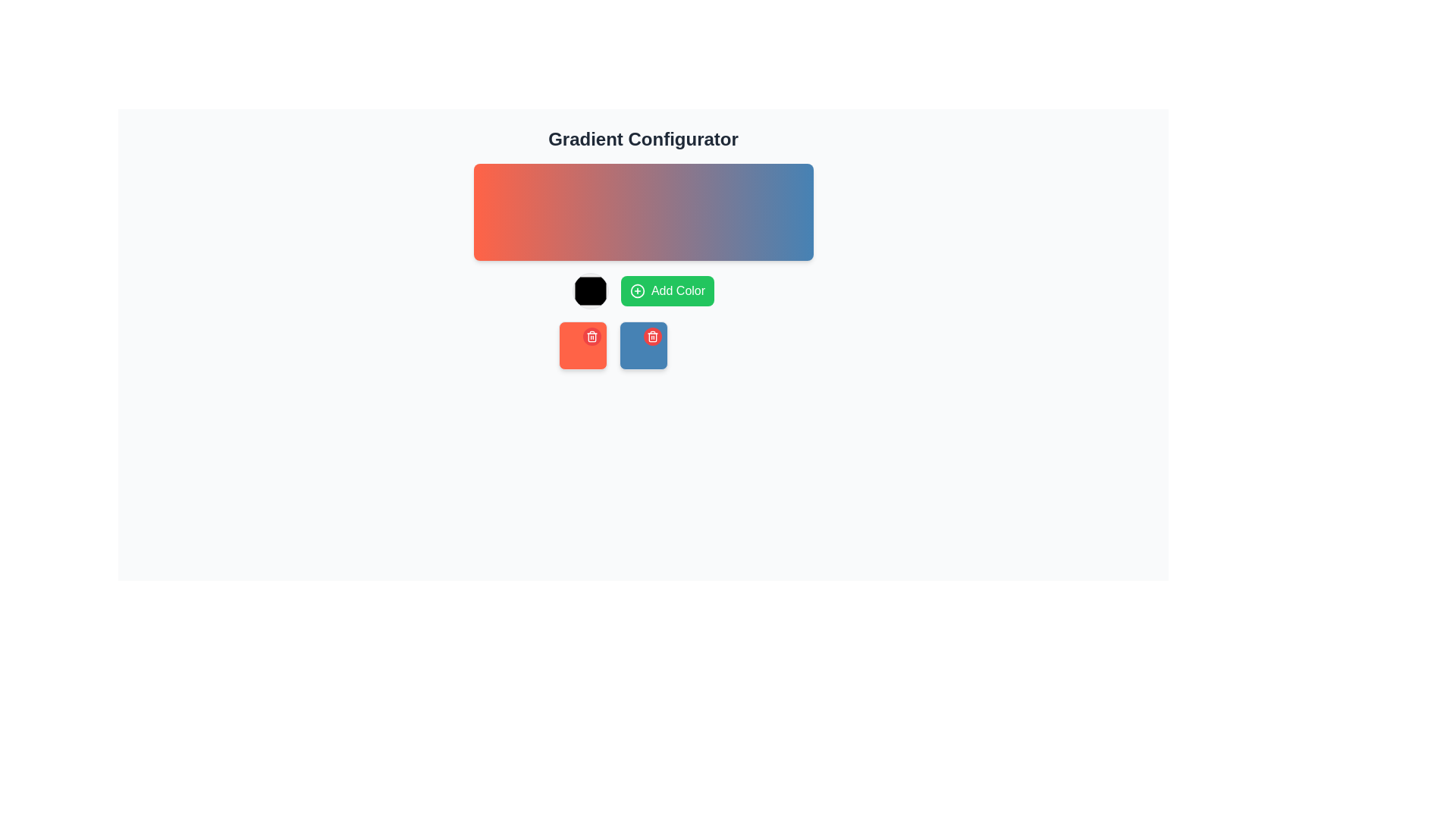  I want to click on the button for adding a new color option to the gradient configuration, so click(643, 291).